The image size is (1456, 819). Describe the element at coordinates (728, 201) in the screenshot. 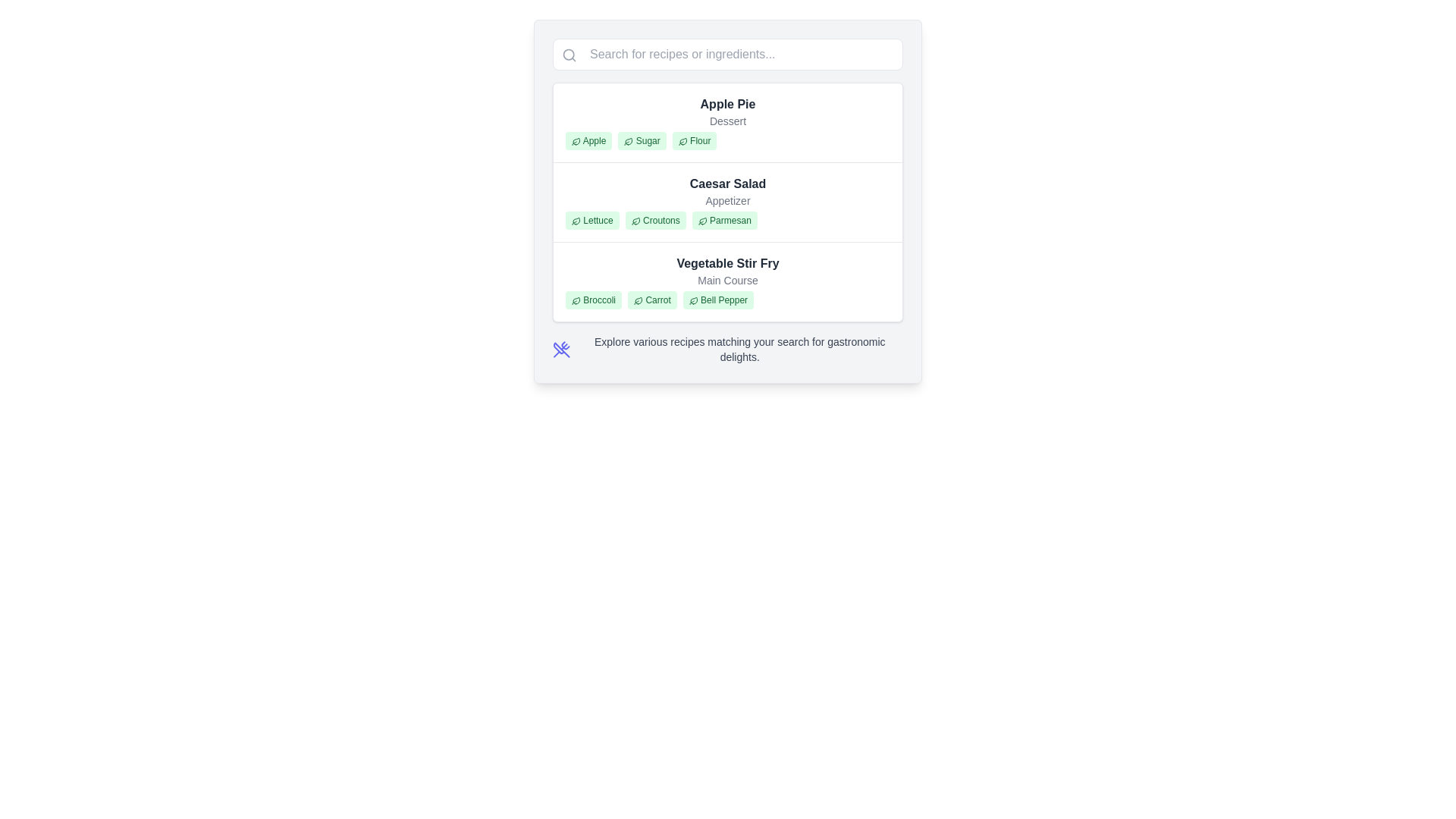

I see `the informational card describing the menu item that showcases its name, category, and primary ingredients, which is the second item in a vertical list between 'Apple Pie' and 'Vegetable Stir Fry'` at that location.